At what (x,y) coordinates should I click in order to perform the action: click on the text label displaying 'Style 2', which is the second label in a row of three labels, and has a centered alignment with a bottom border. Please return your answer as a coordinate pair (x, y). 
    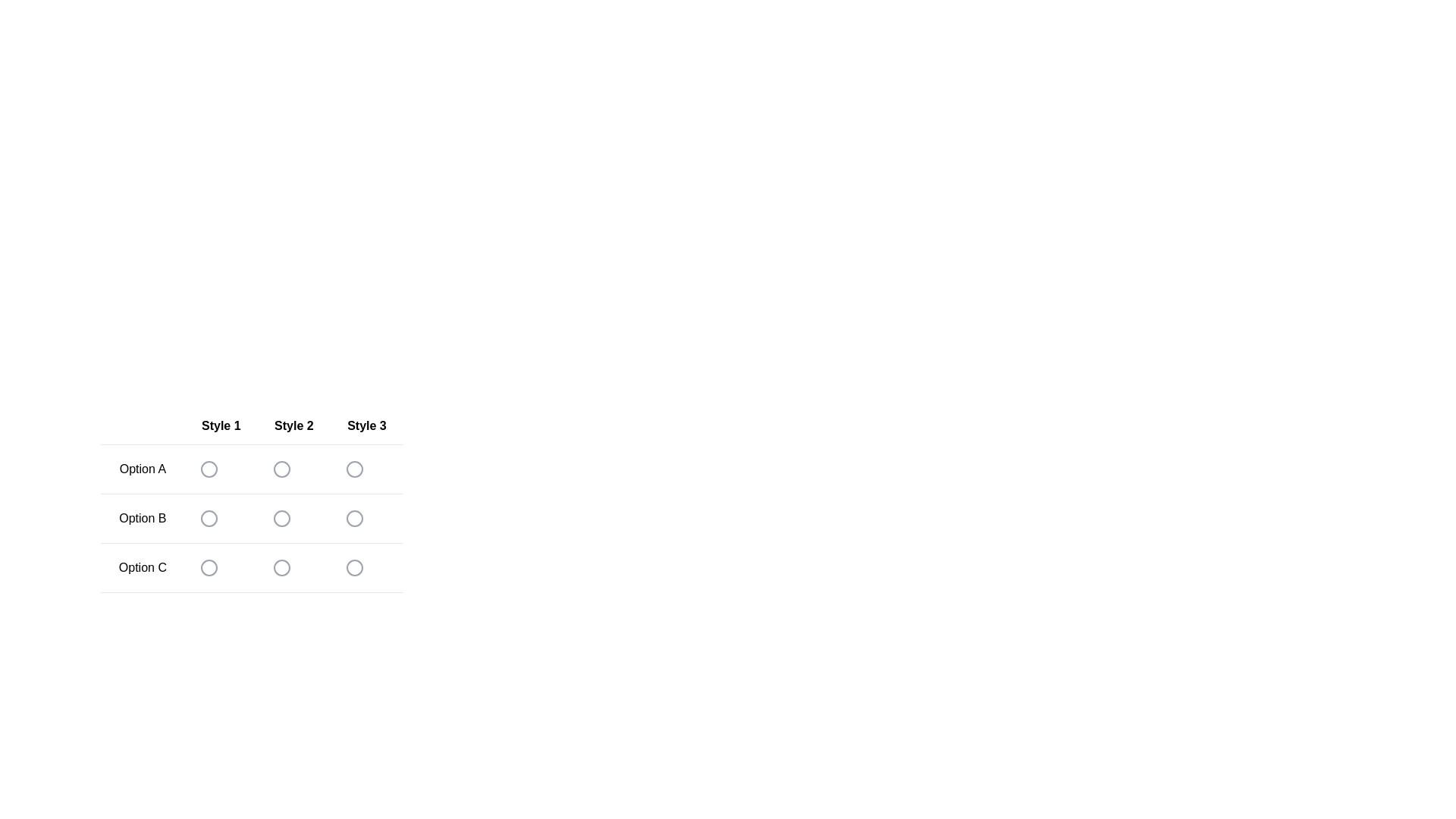
    Looking at the image, I should click on (293, 426).